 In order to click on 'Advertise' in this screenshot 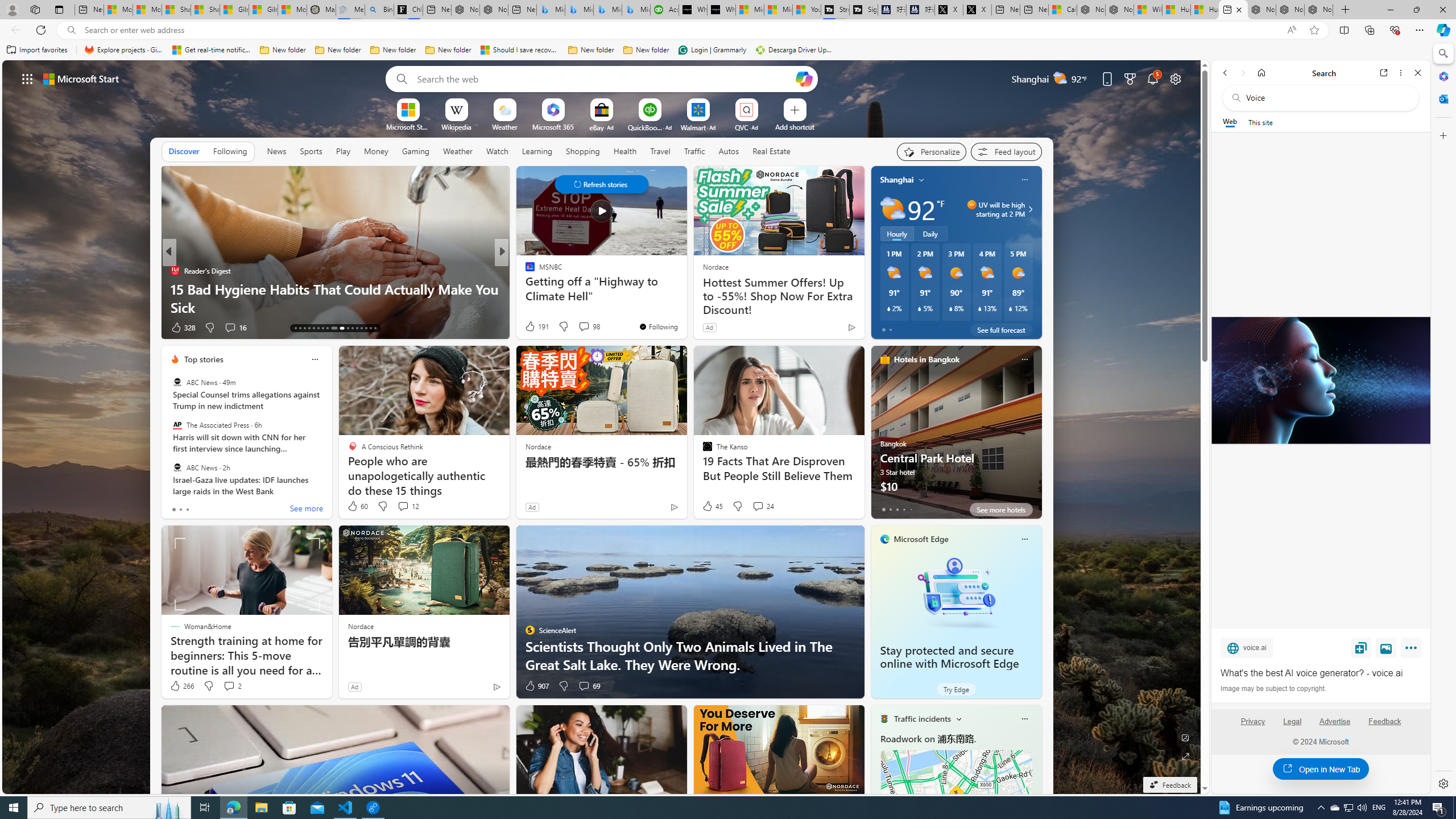, I will do `click(1335, 725)`.